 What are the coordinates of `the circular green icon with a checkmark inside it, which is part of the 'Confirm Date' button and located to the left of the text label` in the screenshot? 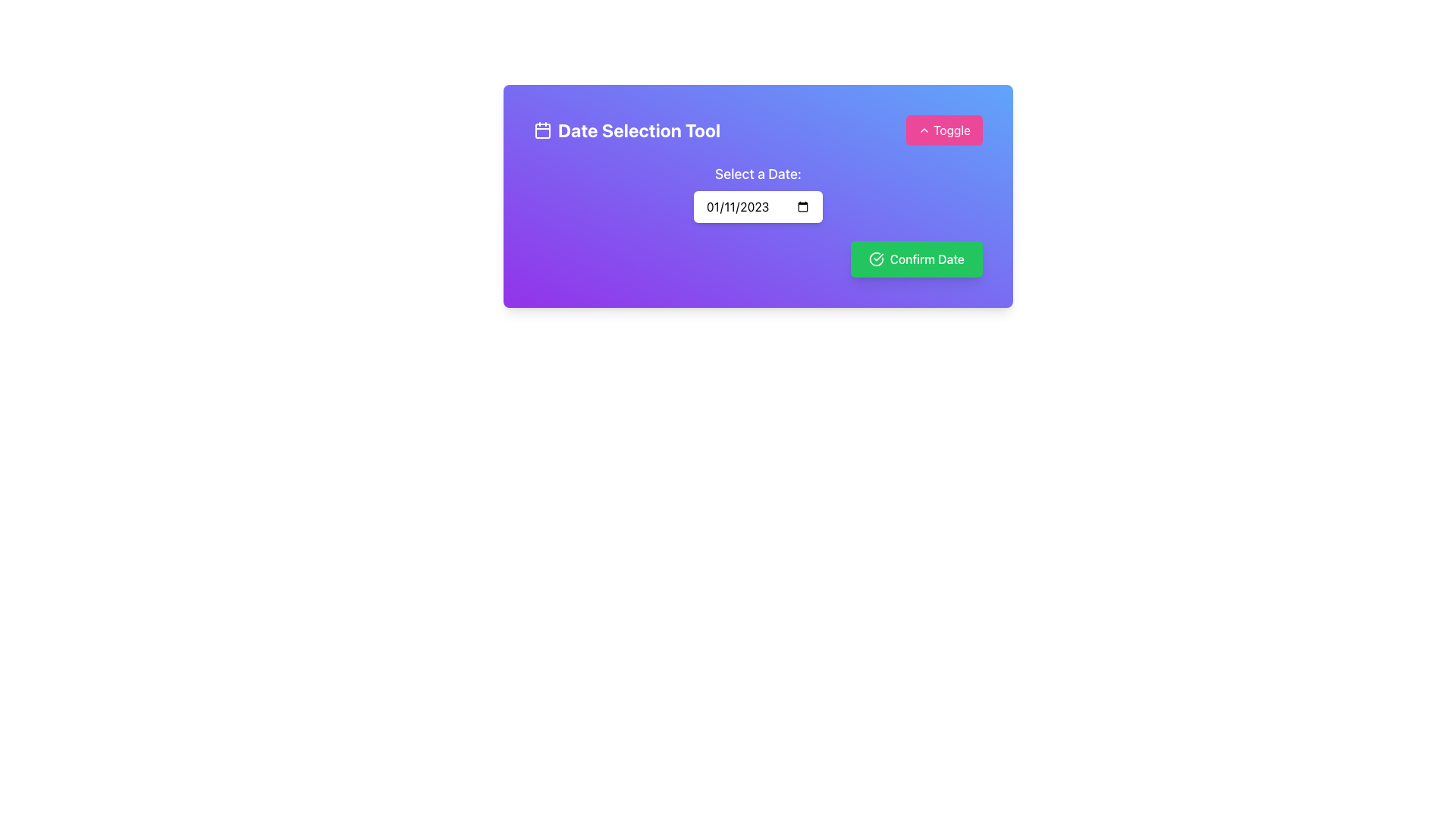 It's located at (876, 259).